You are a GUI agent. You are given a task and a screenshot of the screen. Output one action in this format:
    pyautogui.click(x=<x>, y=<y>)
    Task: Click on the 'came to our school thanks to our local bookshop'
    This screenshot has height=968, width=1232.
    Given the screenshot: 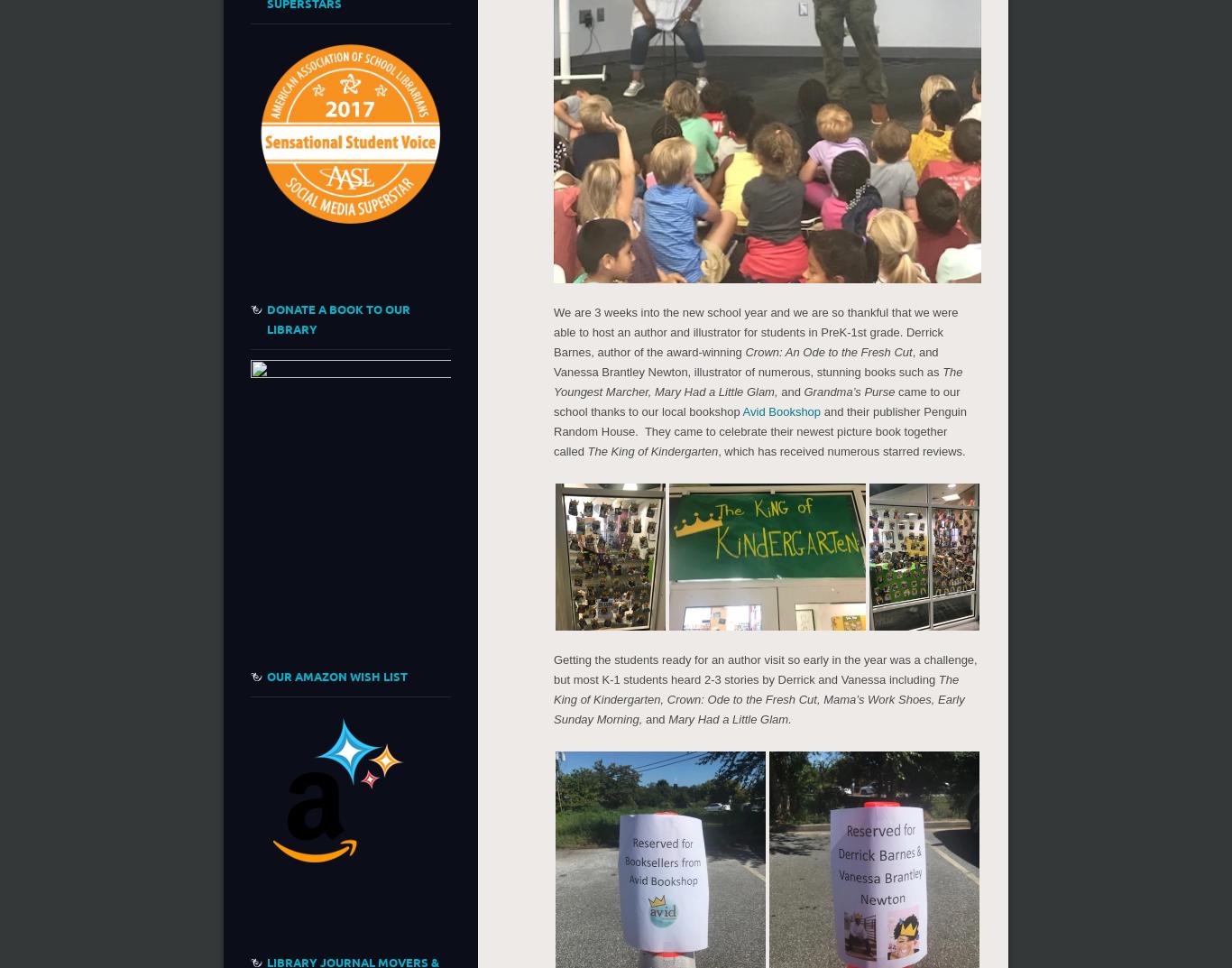 What is the action you would take?
    pyautogui.click(x=755, y=401)
    